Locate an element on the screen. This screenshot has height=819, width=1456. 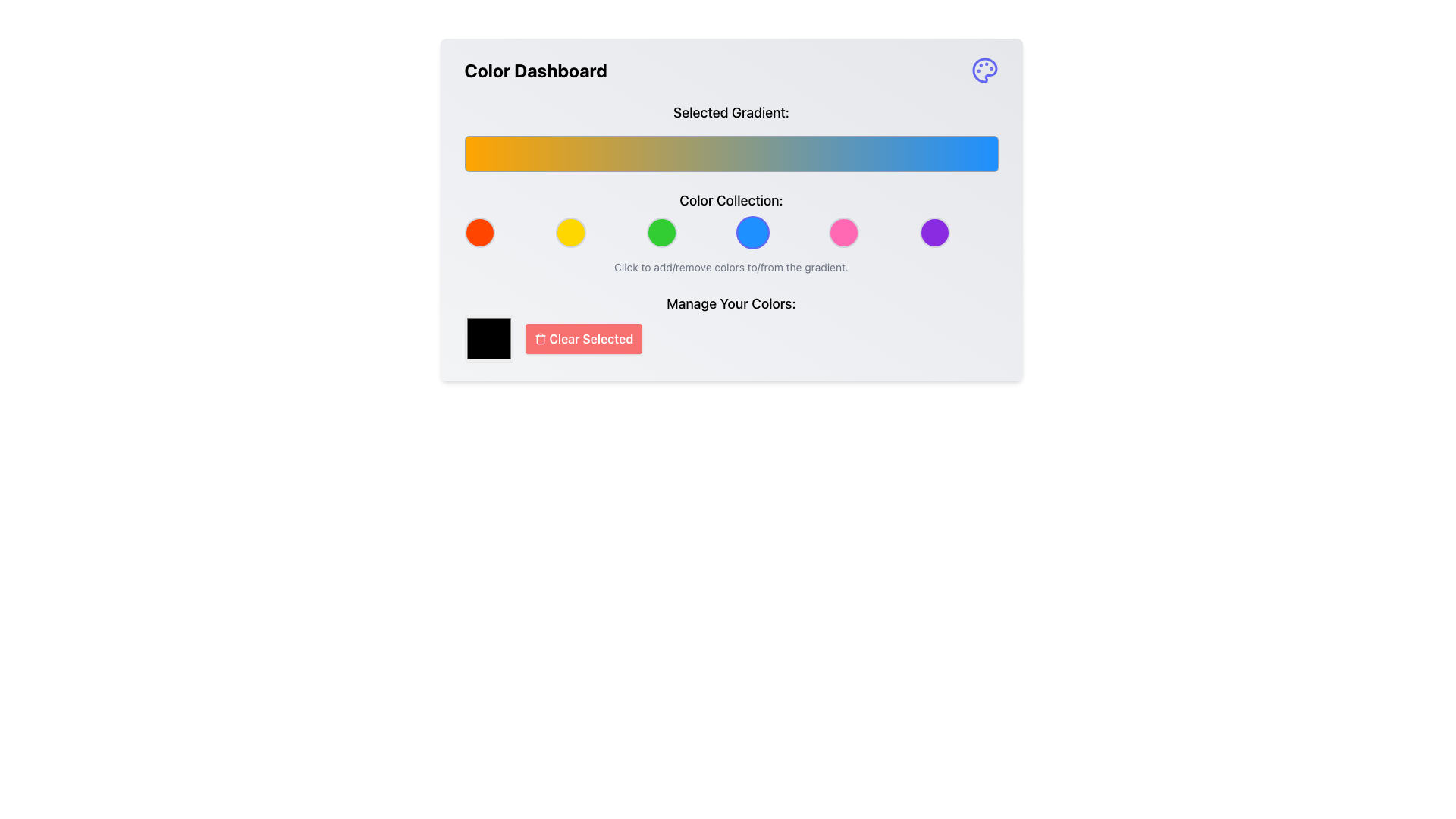
the gradient displayed in the Gradient Display Section, which transitions from orange to blue, located below the heading 'Selected Gradient:' is located at coordinates (731, 137).